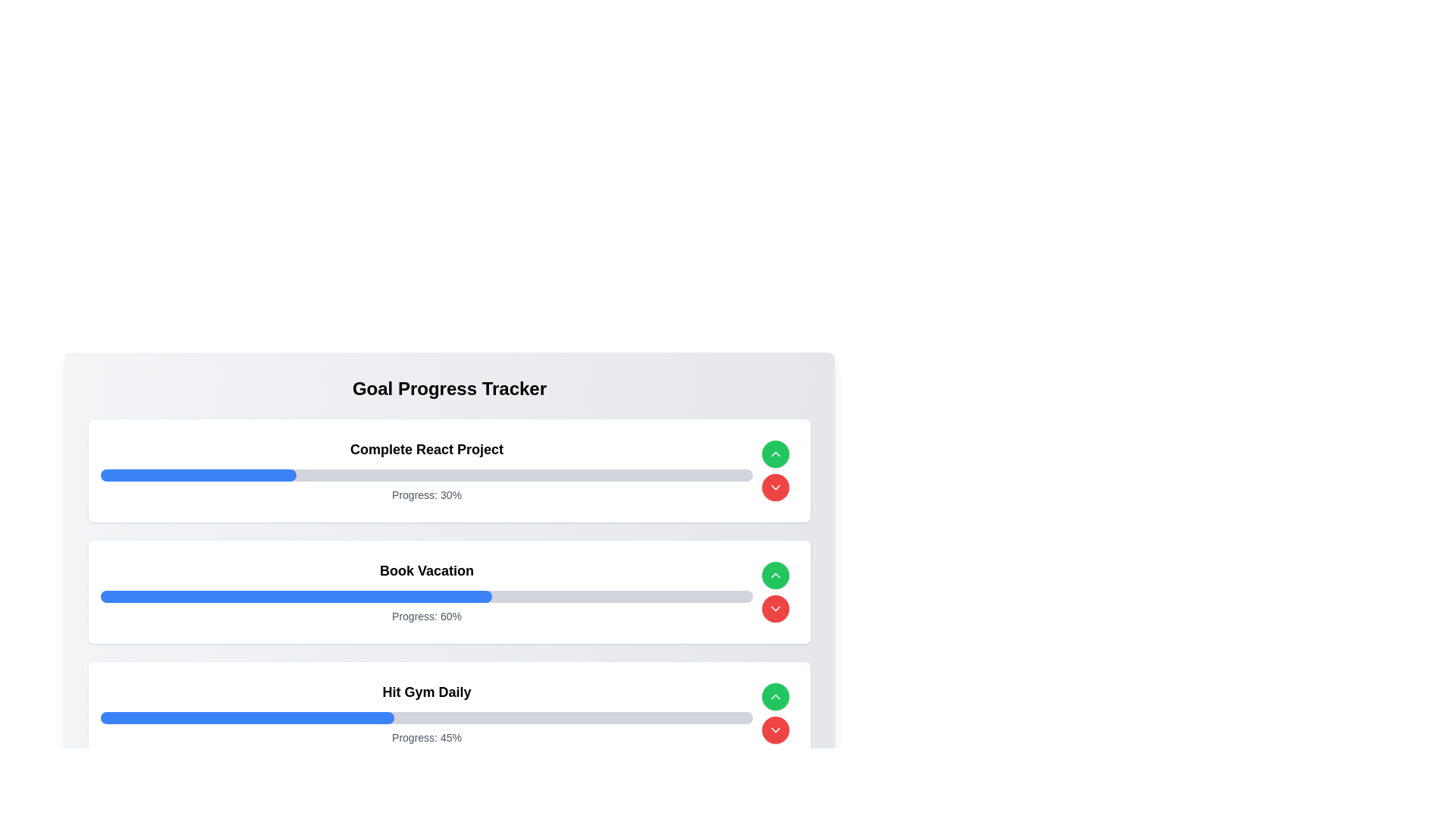 This screenshot has height=819, width=1456. What do you see at coordinates (449, 798) in the screenshot?
I see `the call-to-action button for adding a new goal located at the bottom of the 'Goal Progress Tracker' section` at bounding box center [449, 798].